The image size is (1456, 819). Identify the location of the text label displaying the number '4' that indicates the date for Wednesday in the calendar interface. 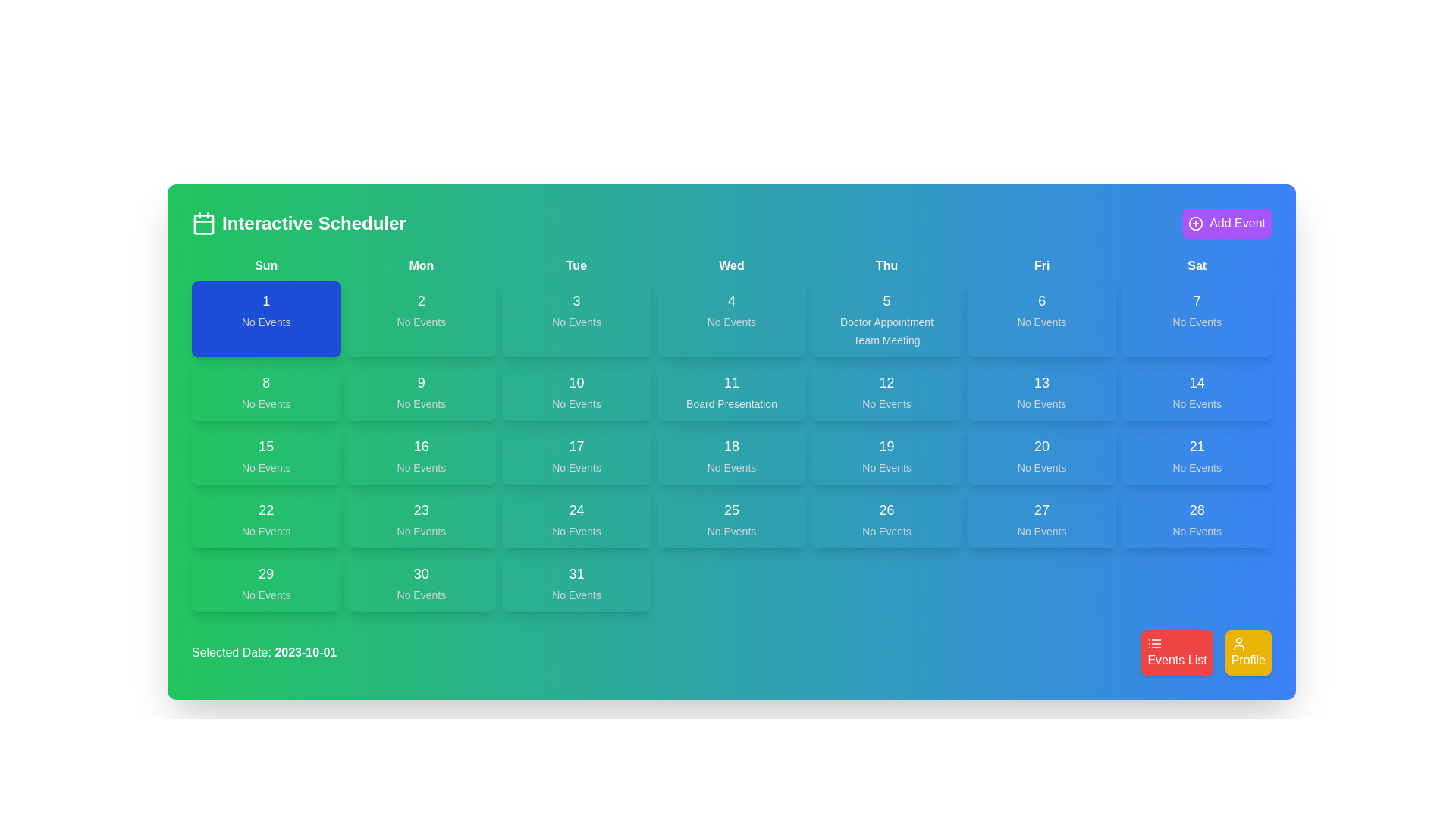
(731, 301).